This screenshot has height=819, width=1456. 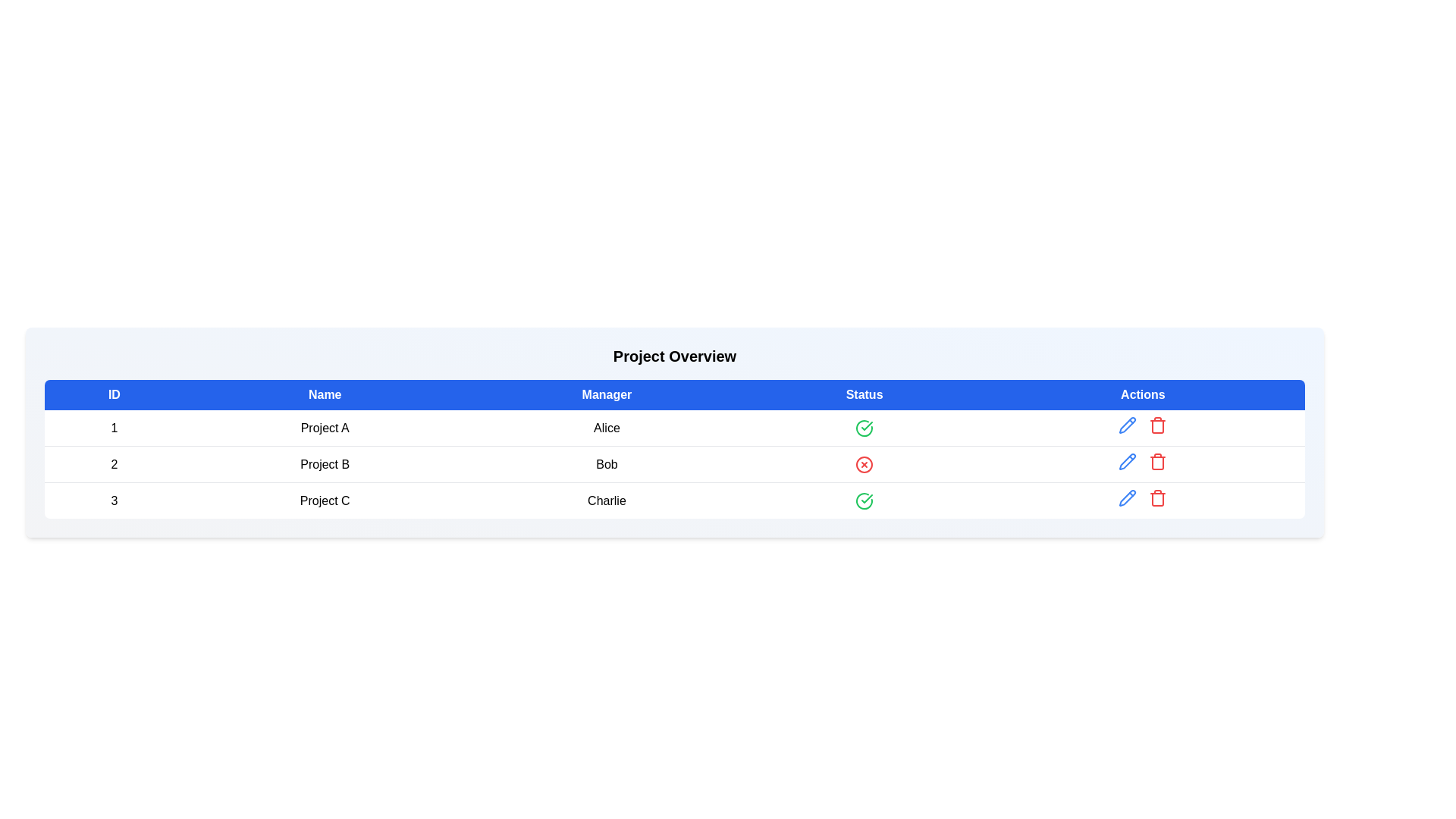 I want to click on the completion status icon for 'Charlie' located in the third row of the Status column, so click(x=864, y=427).